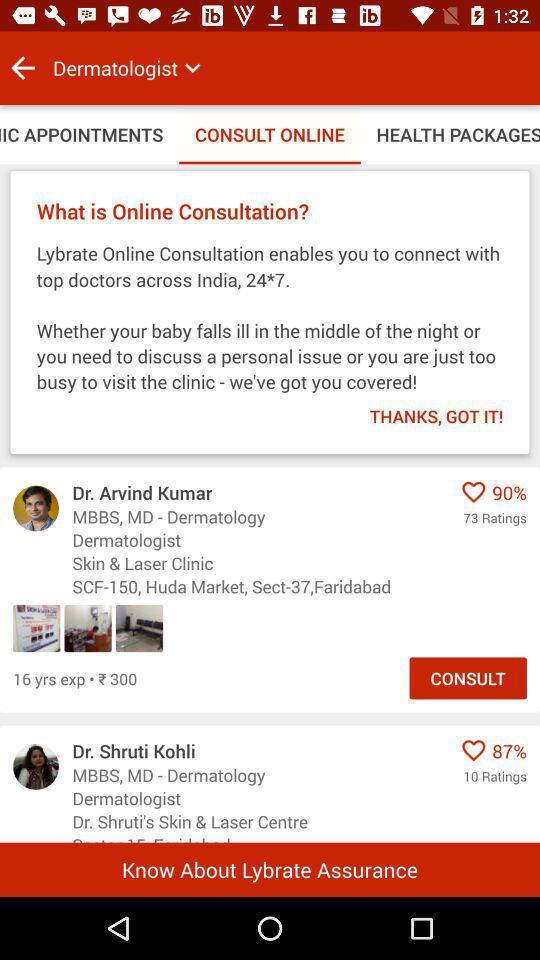 Image resolution: width=540 pixels, height=960 pixels. What do you see at coordinates (22, 68) in the screenshot?
I see `go back` at bounding box center [22, 68].